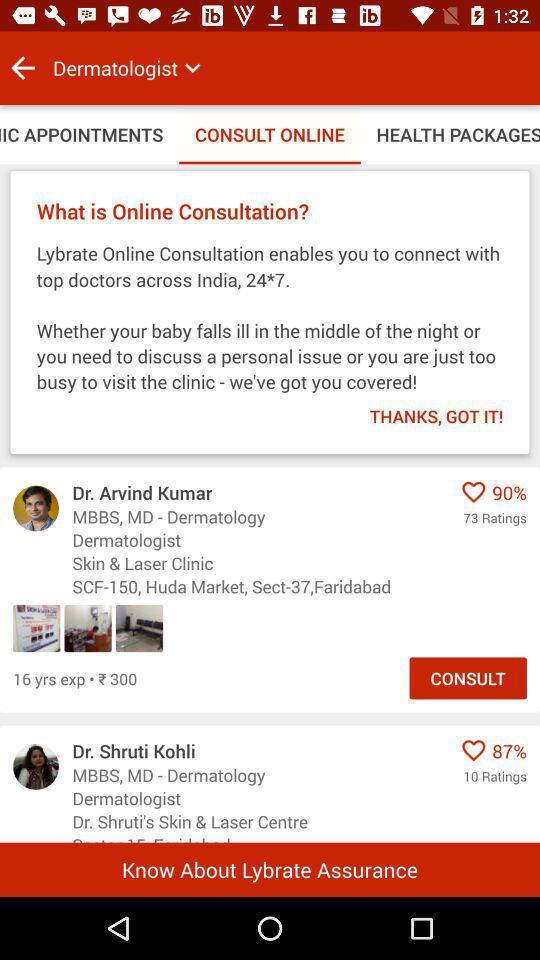 Image resolution: width=540 pixels, height=960 pixels. What do you see at coordinates (22, 68) in the screenshot?
I see `go back` at bounding box center [22, 68].